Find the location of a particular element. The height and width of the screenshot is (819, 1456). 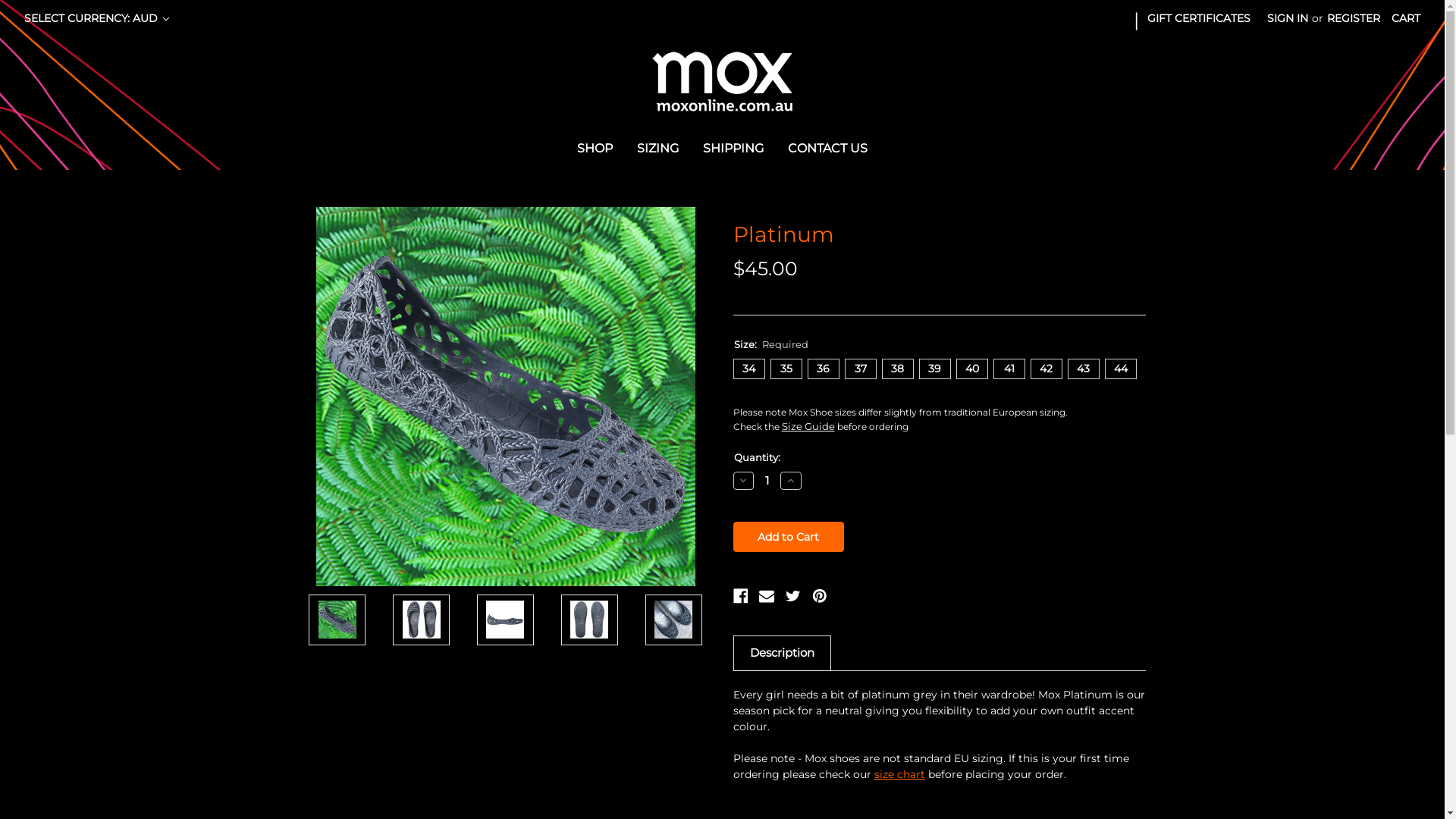

'Size Guide' is located at coordinates (807, 426).